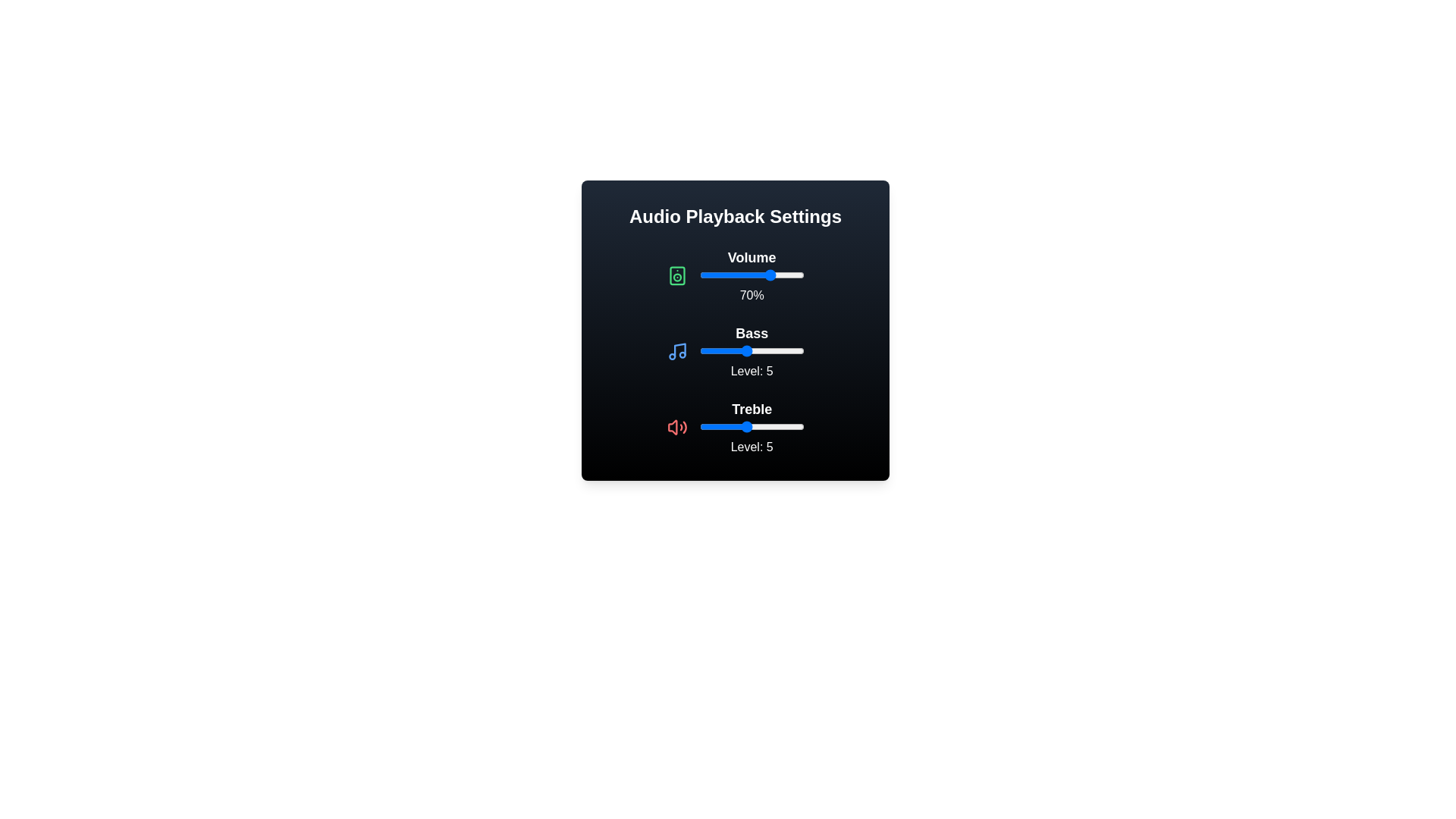 The height and width of the screenshot is (819, 1456). I want to click on and drag the volume slider knob located directly under the 'Volume' label and above the '70%' text to adjust the audio playback volume level, so click(752, 275).